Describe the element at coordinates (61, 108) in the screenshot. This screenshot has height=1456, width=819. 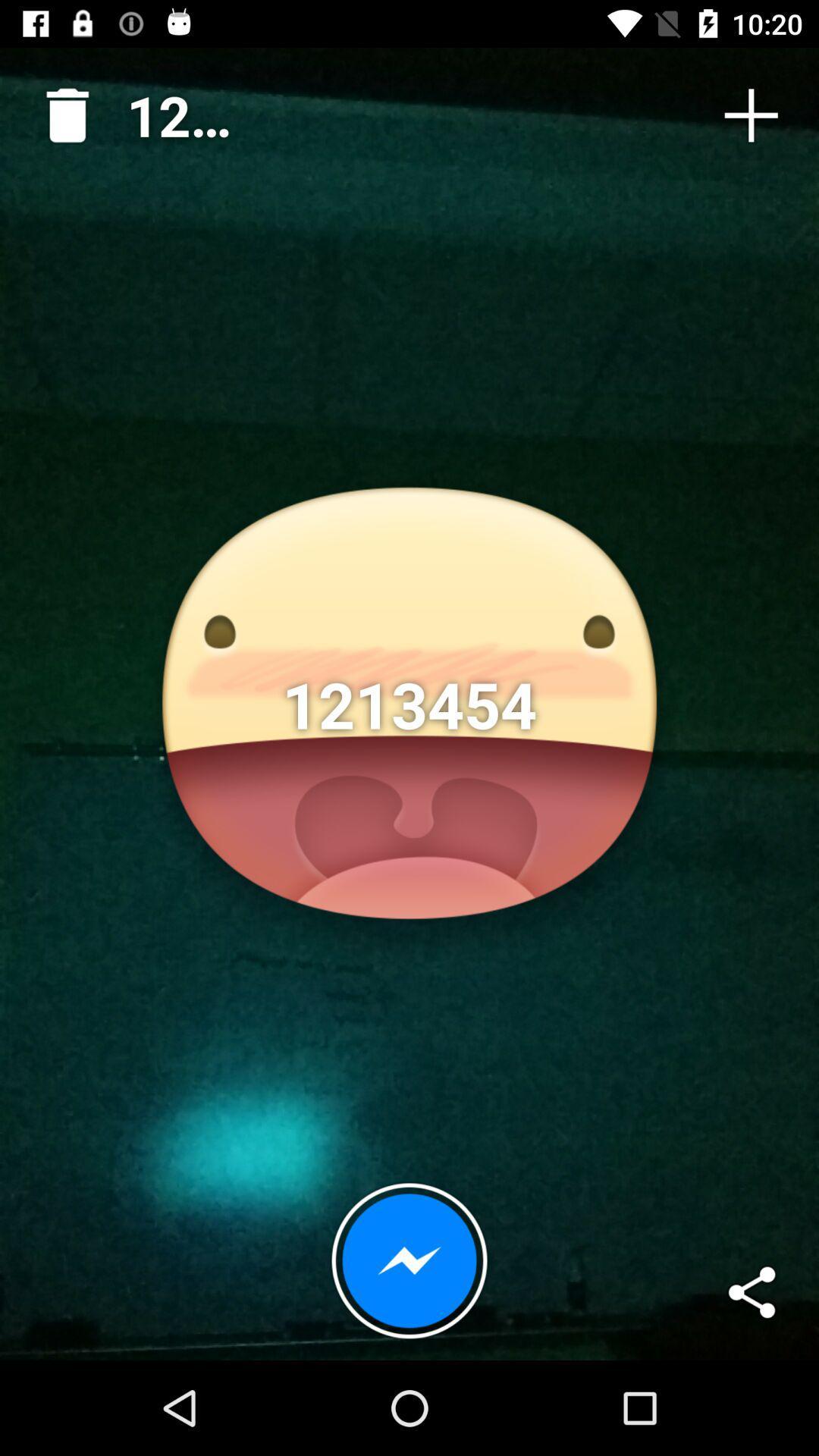
I see `the icon to the left of 1213454 item` at that location.